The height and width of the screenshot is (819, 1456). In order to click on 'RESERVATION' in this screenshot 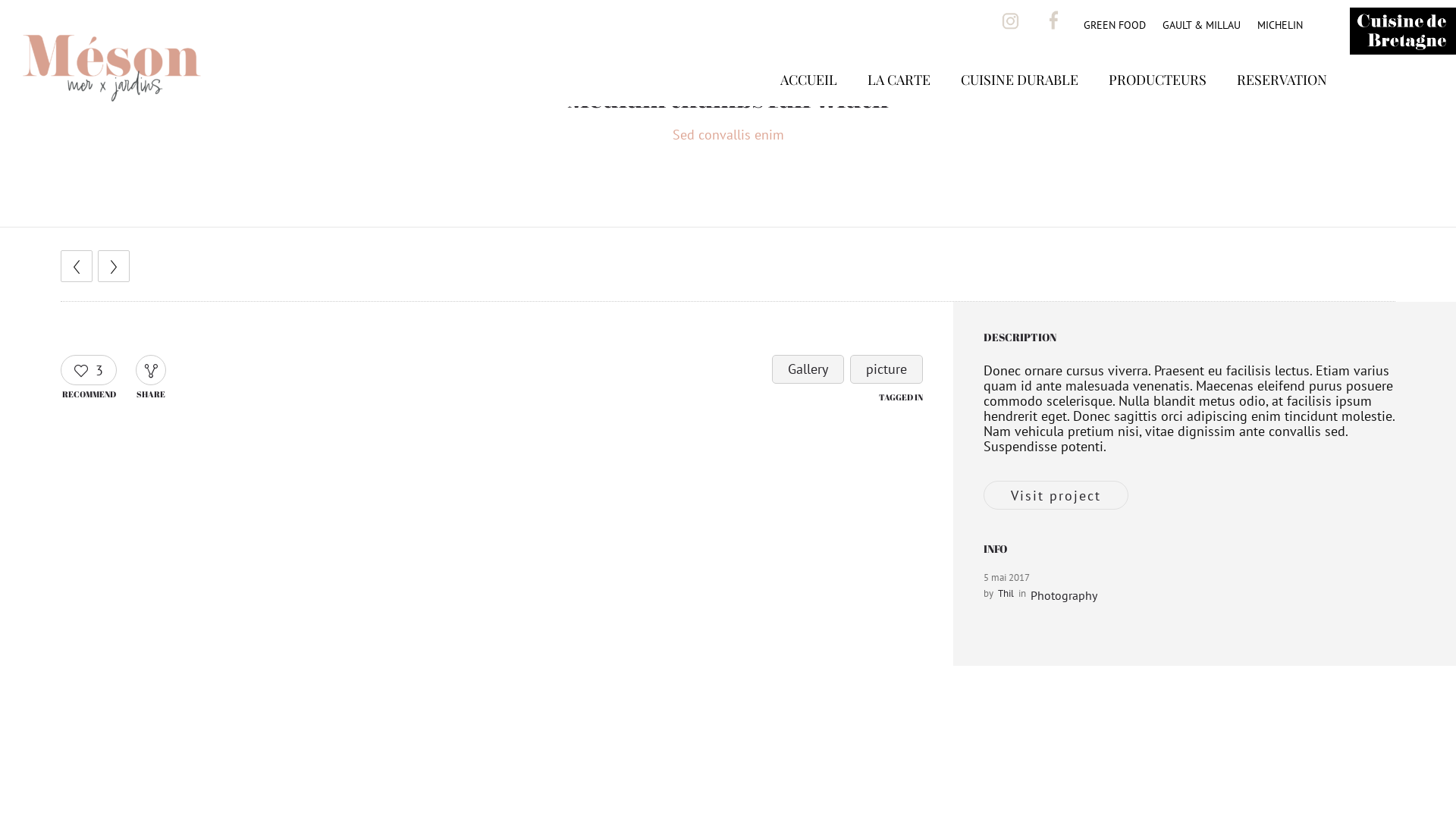, I will do `click(1281, 102)`.